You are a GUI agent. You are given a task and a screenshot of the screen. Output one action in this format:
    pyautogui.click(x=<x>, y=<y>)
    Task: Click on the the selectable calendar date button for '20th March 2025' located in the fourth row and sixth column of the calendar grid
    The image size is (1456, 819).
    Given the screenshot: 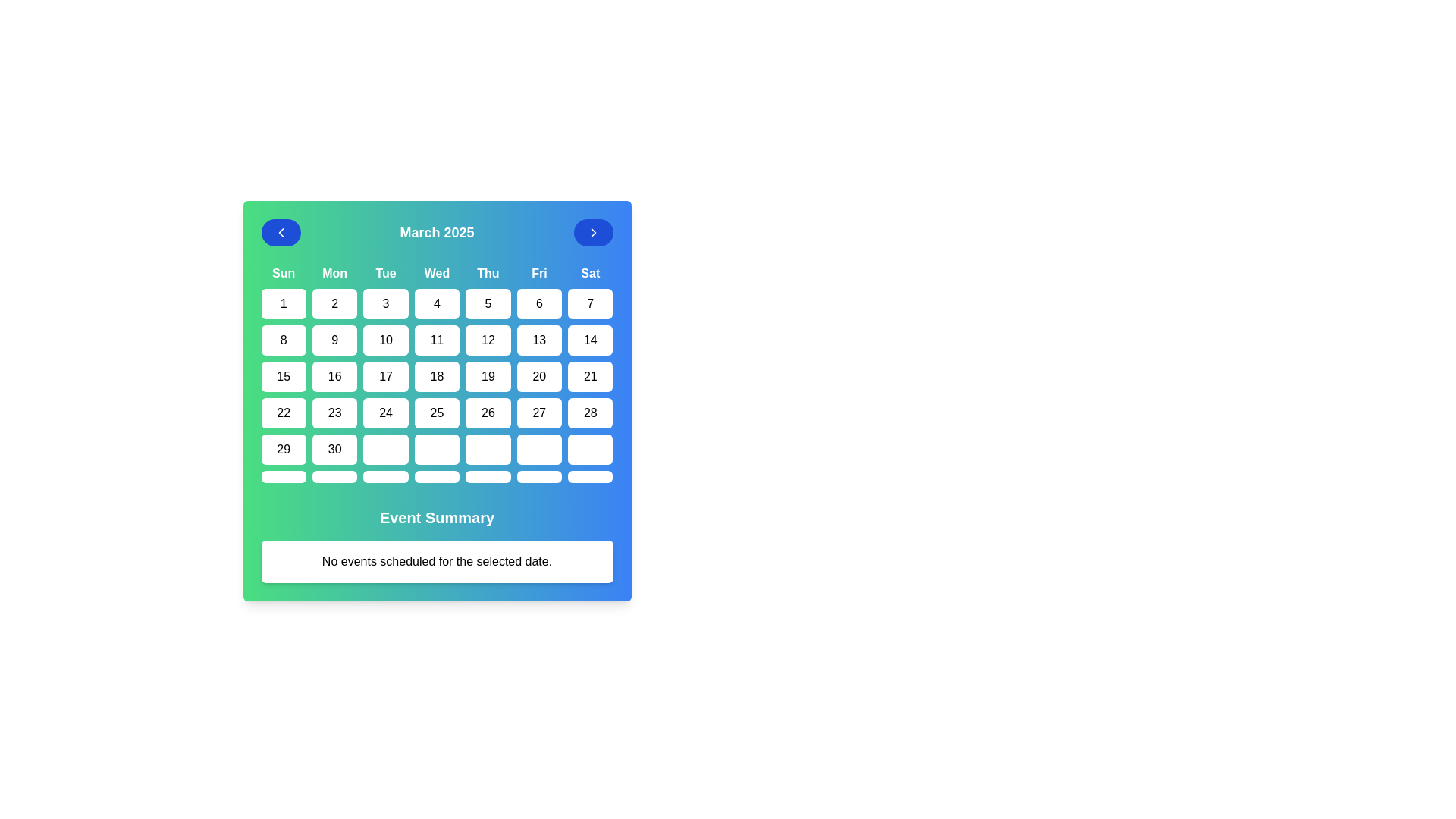 What is the action you would take?
    pyautogui.click(x=539, y=376)
    